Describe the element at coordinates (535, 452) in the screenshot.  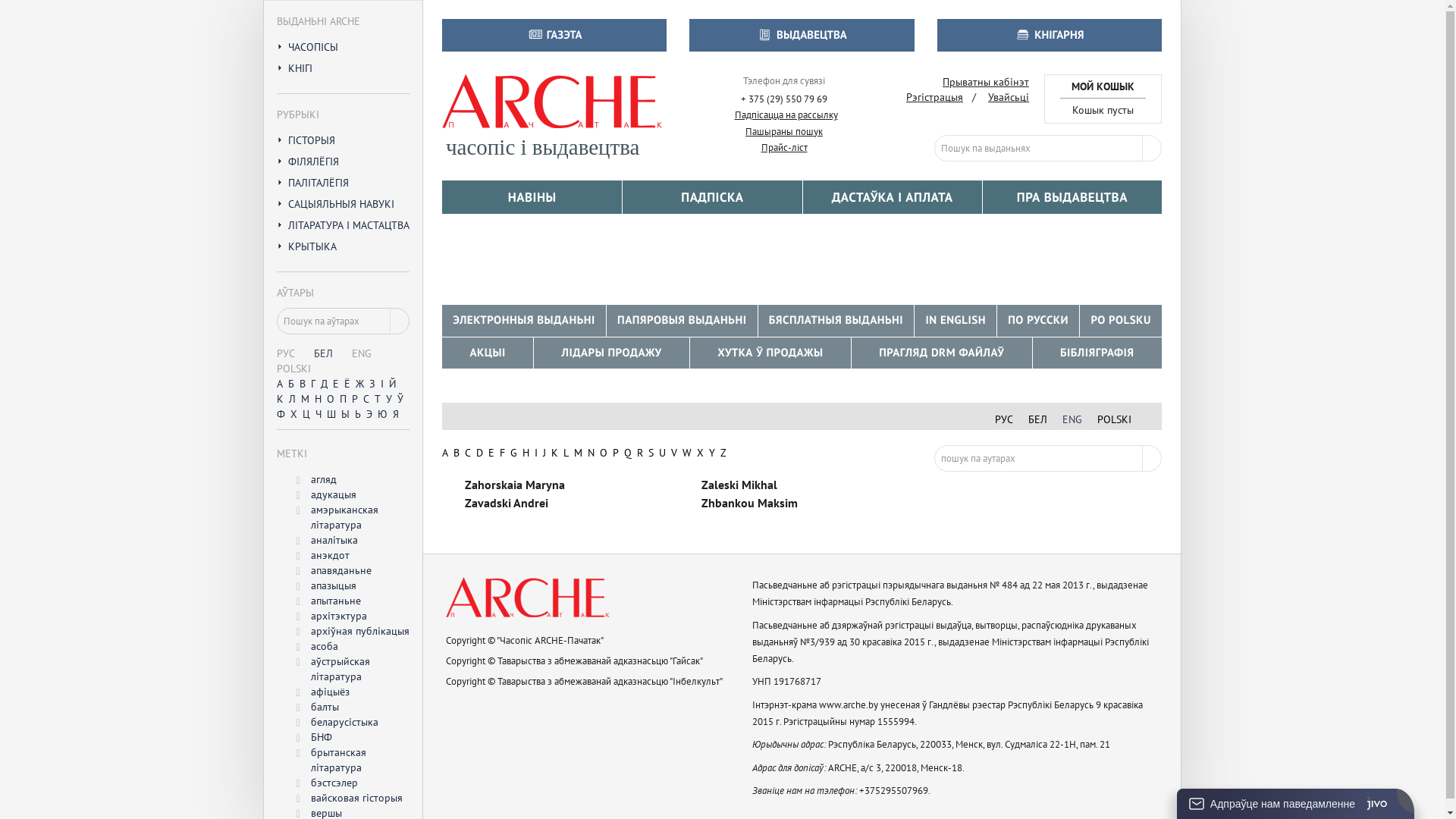
I see `'I'` at that location.